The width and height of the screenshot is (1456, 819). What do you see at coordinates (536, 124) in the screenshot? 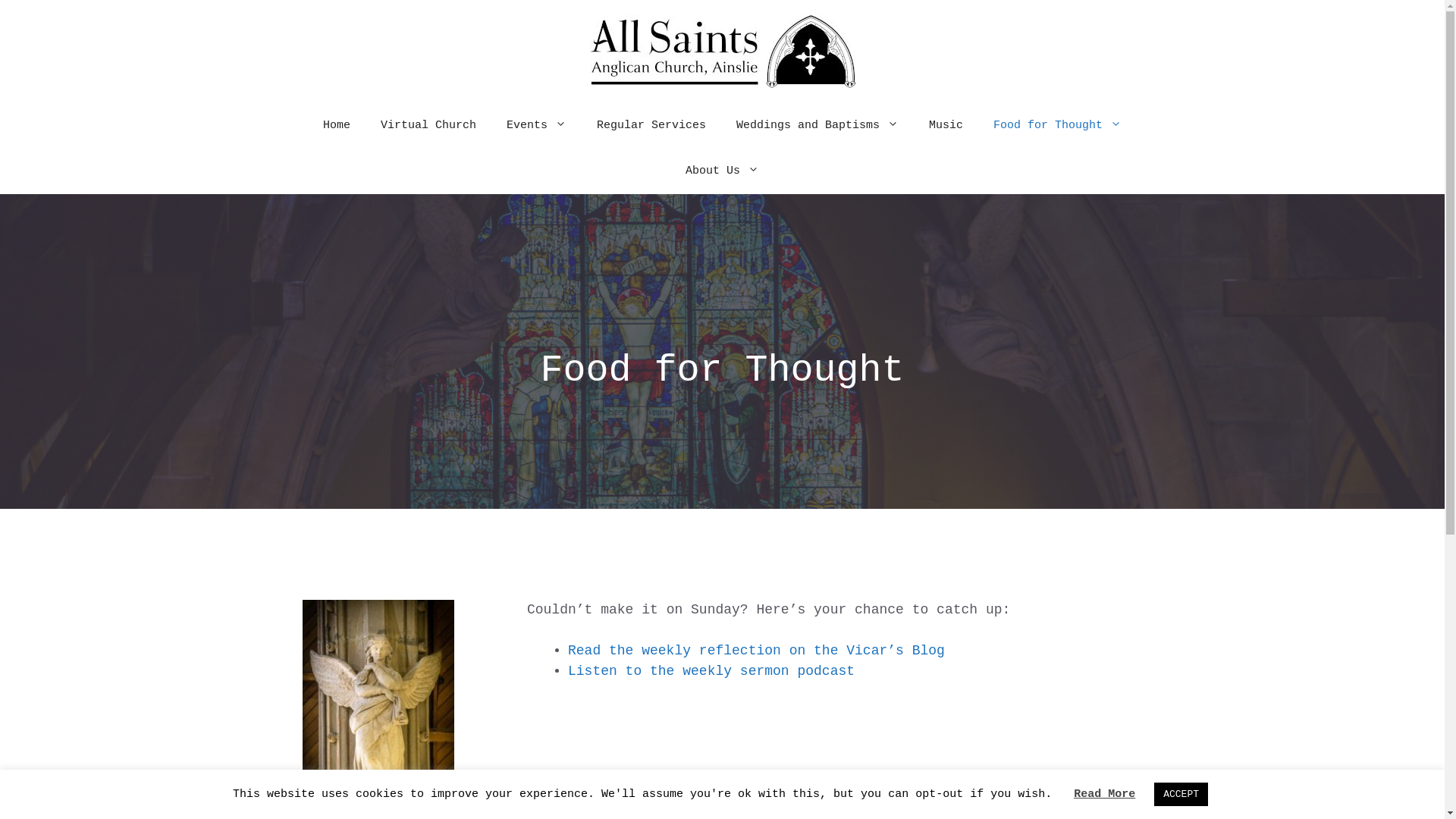
I see `'Events'` at bounding box center [536, 124].